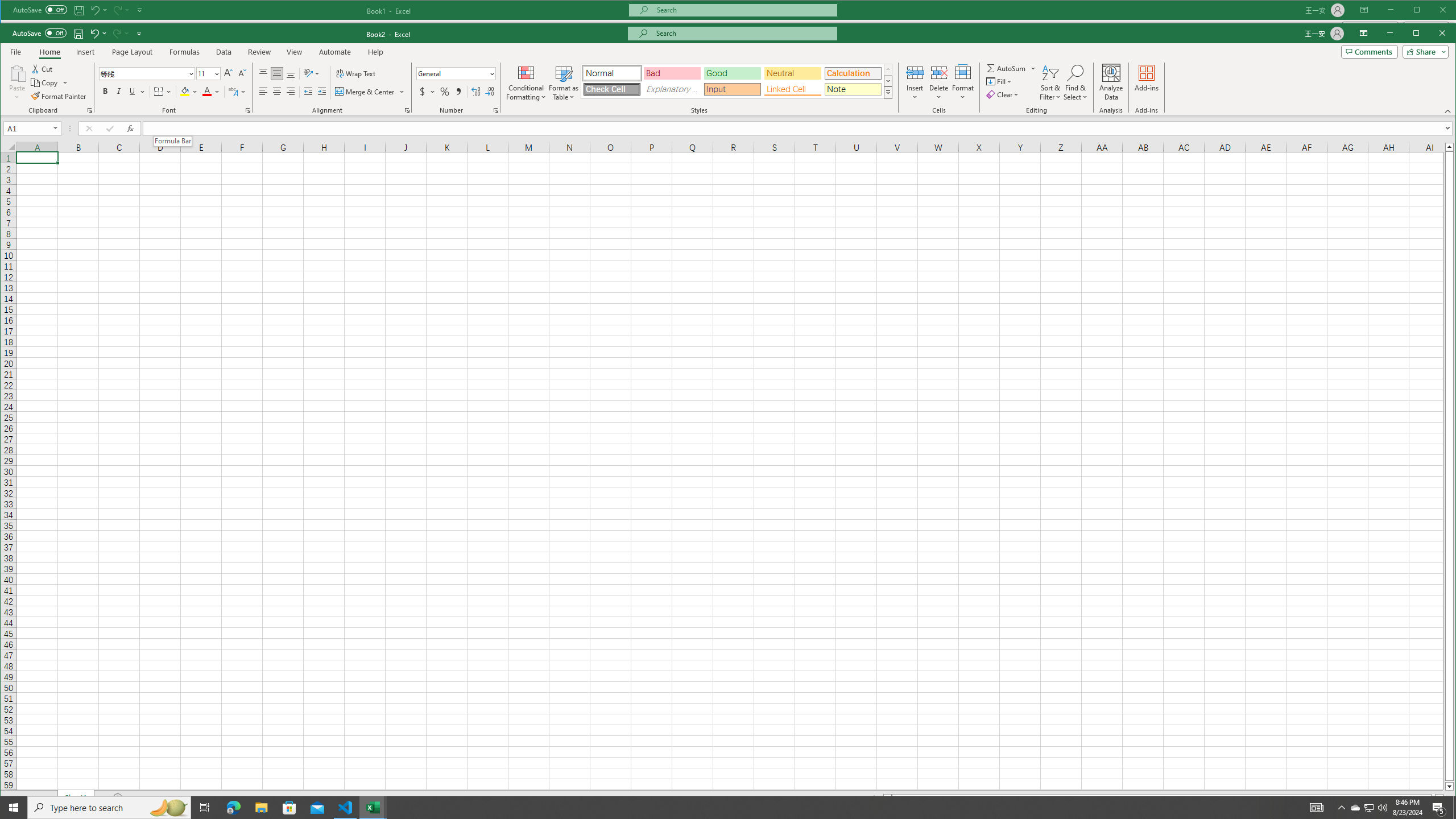  Describe the element at coordinates (76, 812) in the screenshot. I see `'Accessibility Checker Accessibility: Good to go'` at that location.